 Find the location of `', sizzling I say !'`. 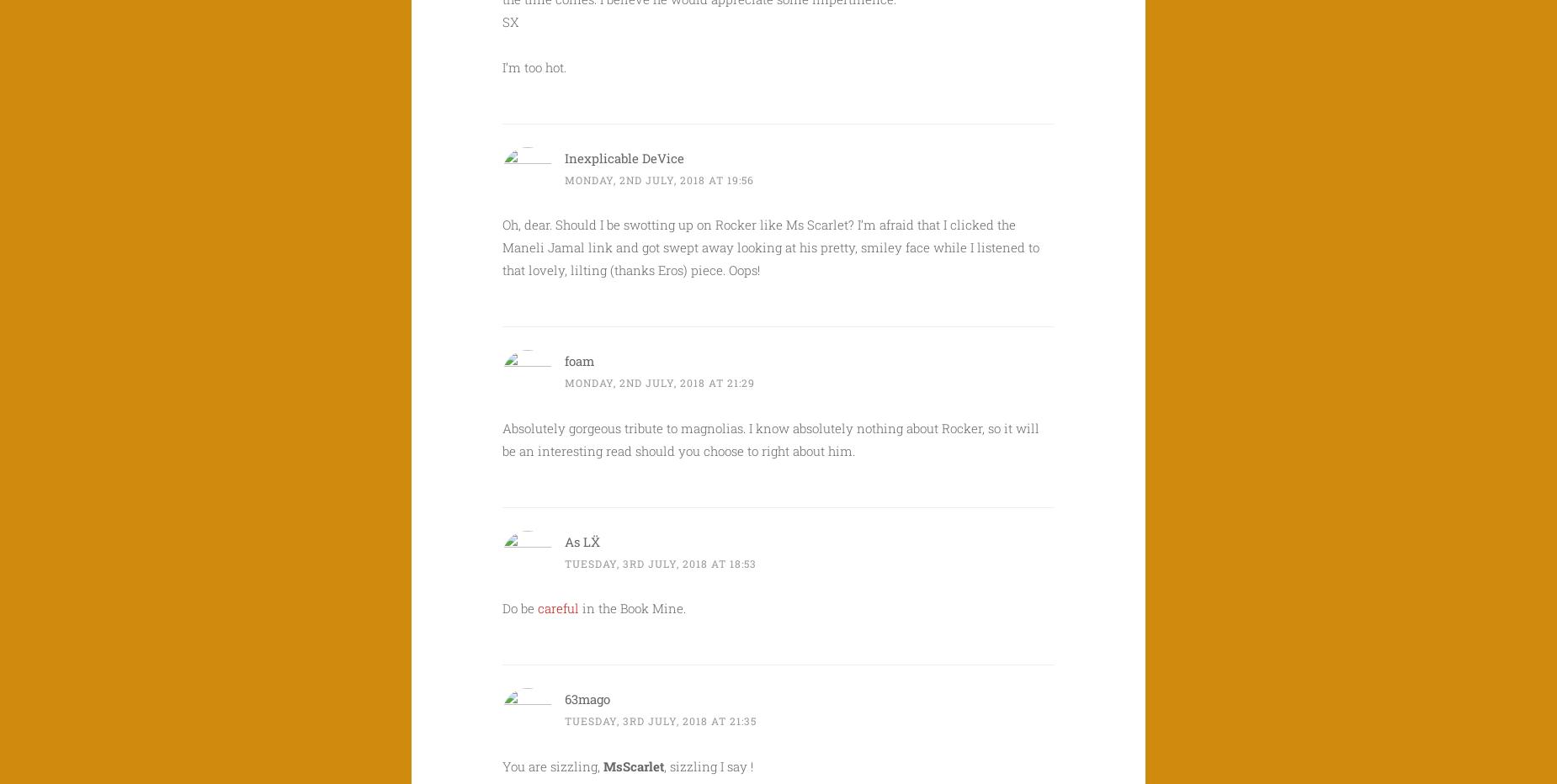

', sizzling I say !' is located at coordinates (708, 765).